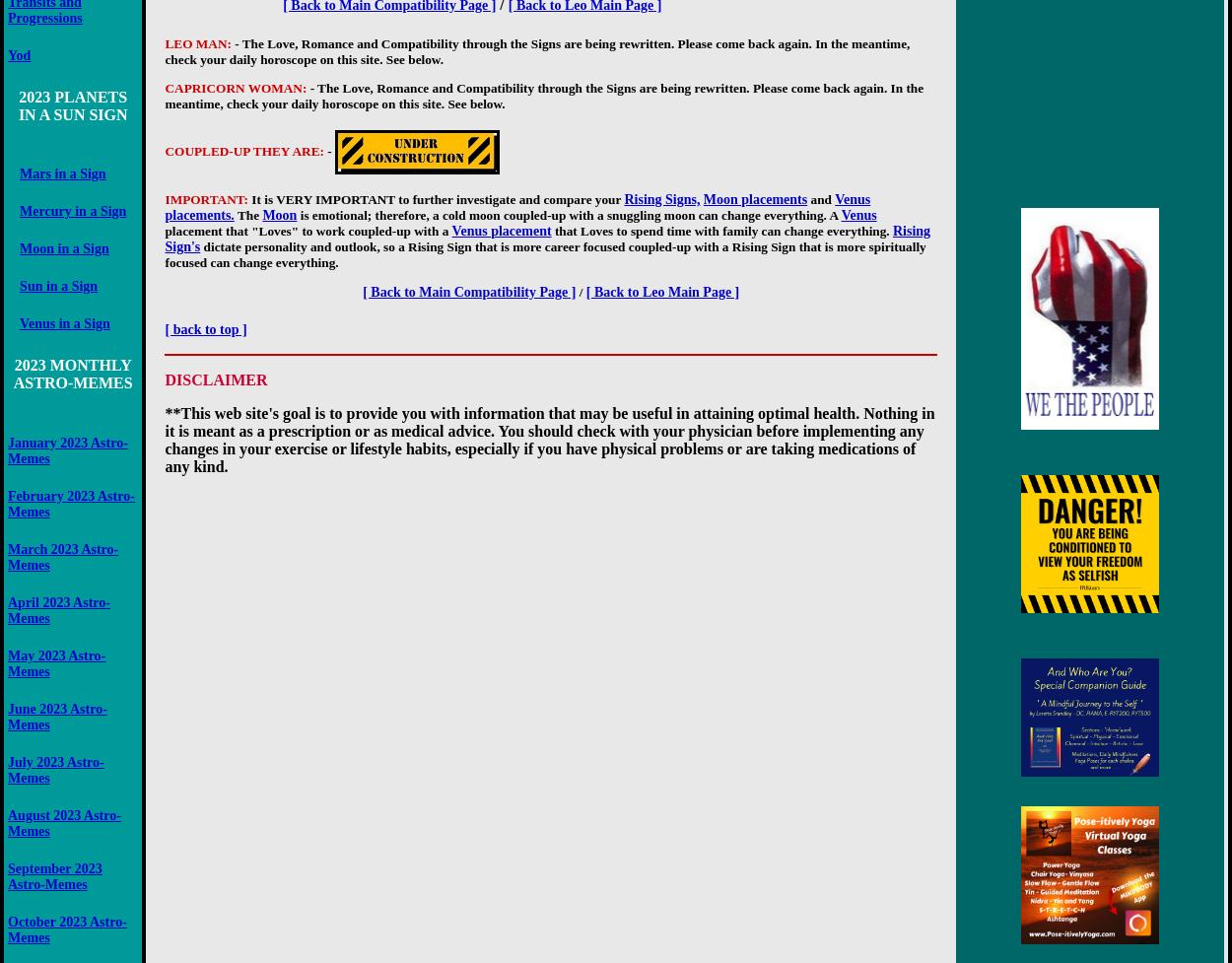 The width and height of the screenshot is (1232, 963). What do you see at coordinates (662, 290) in the screenshot?
I see `'[ Back to Leo Main Page ]'` at bounding box center [662, 290].